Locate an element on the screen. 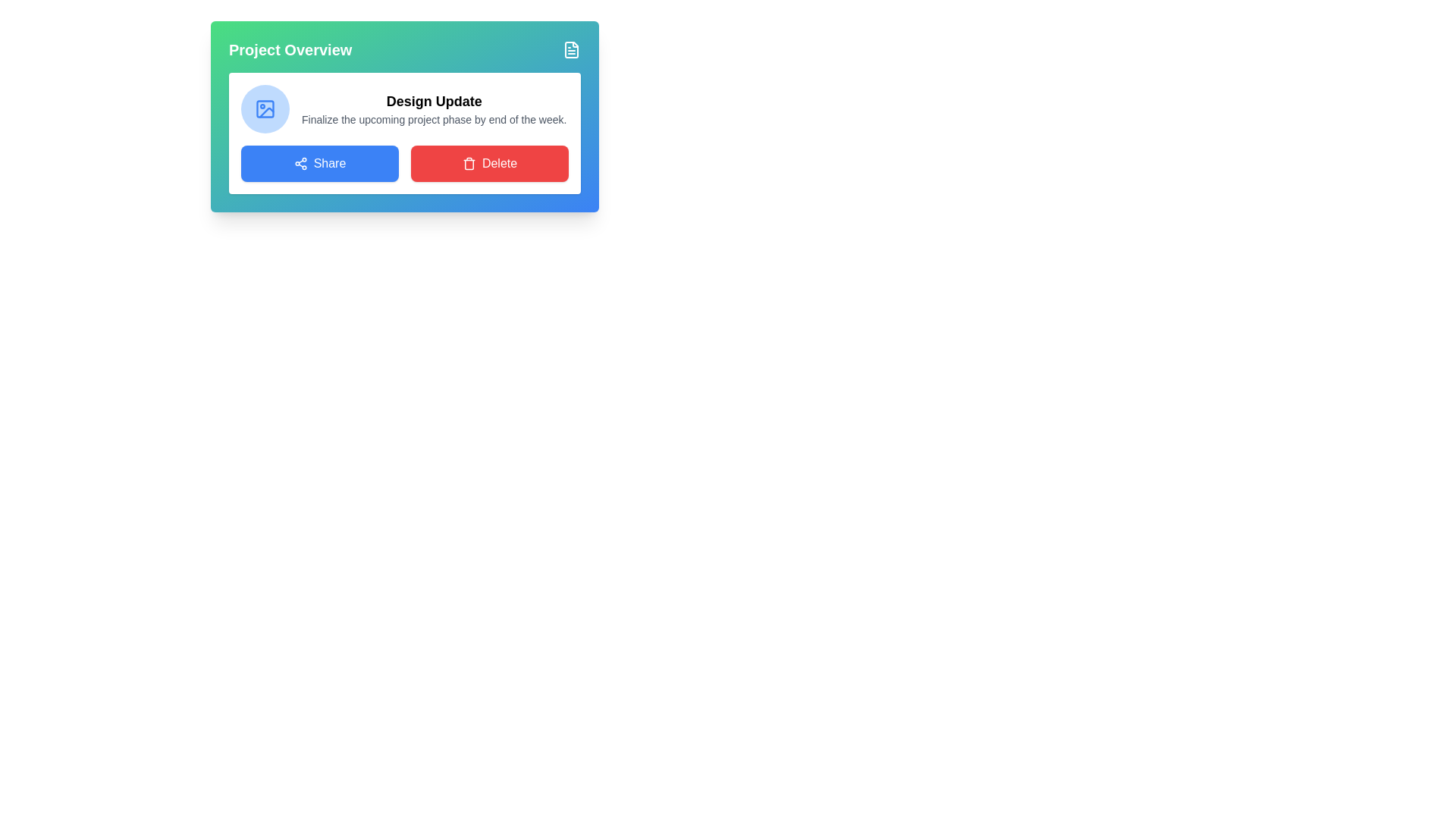 The image size is (1456, 819). the sharing button located to the left of the red 'Delete' button at the bottom of the 'Project Overview' card is located at coordinates (319, 164).